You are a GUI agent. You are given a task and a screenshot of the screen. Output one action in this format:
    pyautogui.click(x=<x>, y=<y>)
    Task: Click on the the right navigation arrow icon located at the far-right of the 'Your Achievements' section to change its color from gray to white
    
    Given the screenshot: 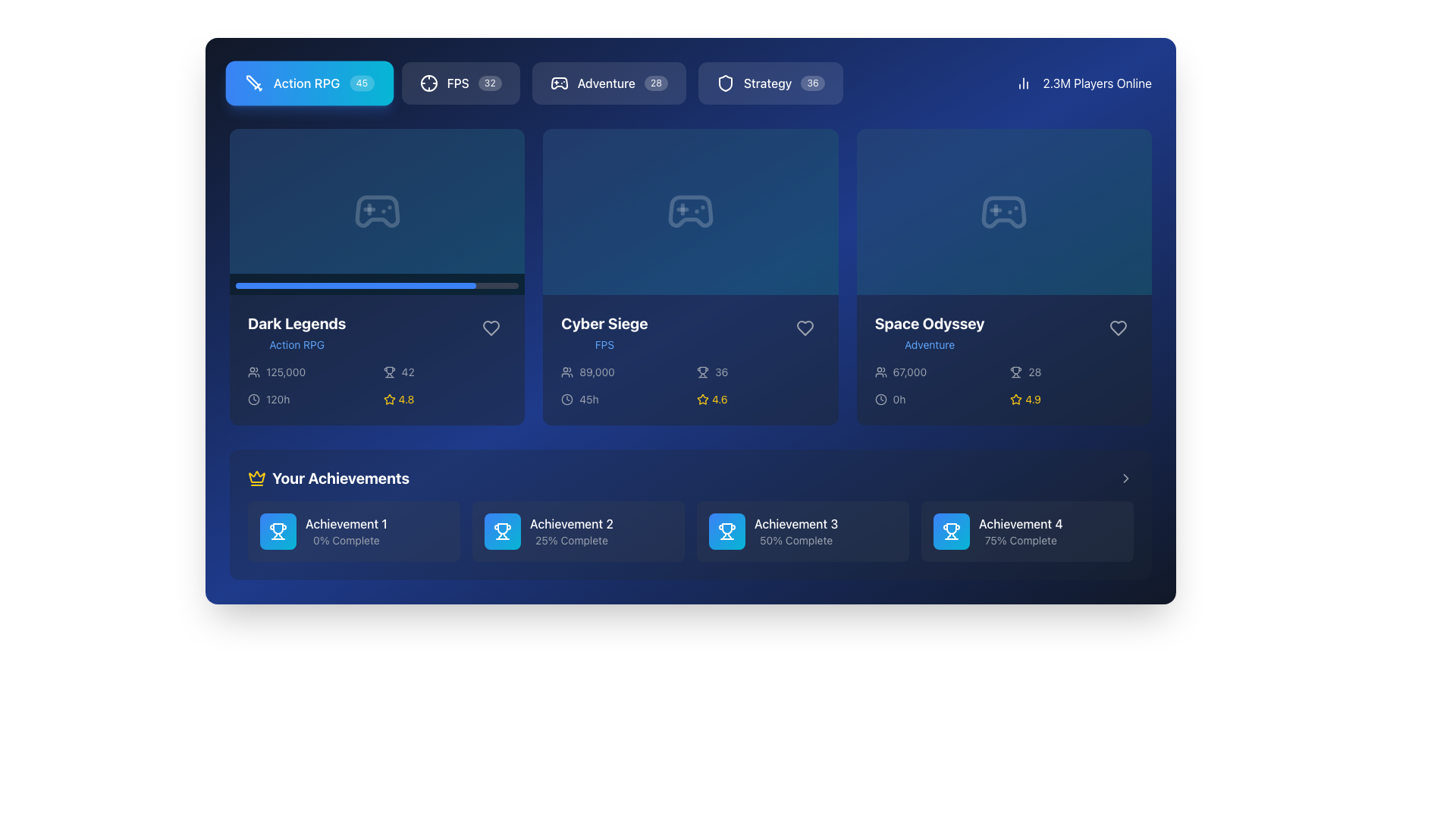 What is the action you would take?
    pyautogui.click(x=1125, y=479)
    